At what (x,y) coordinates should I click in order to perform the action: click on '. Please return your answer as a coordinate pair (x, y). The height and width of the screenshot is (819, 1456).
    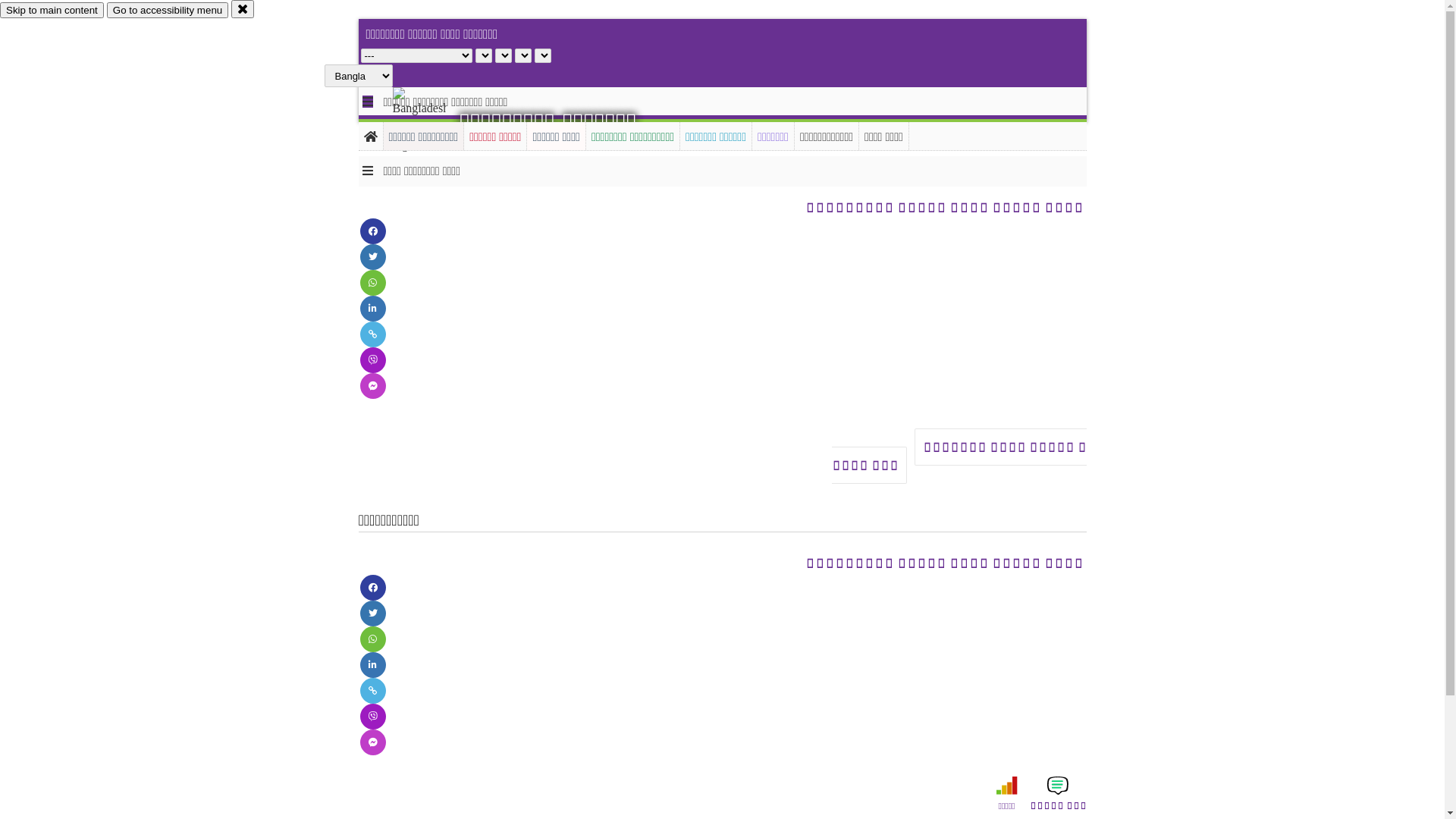
    Looking at the image, I should click on (431, 119).